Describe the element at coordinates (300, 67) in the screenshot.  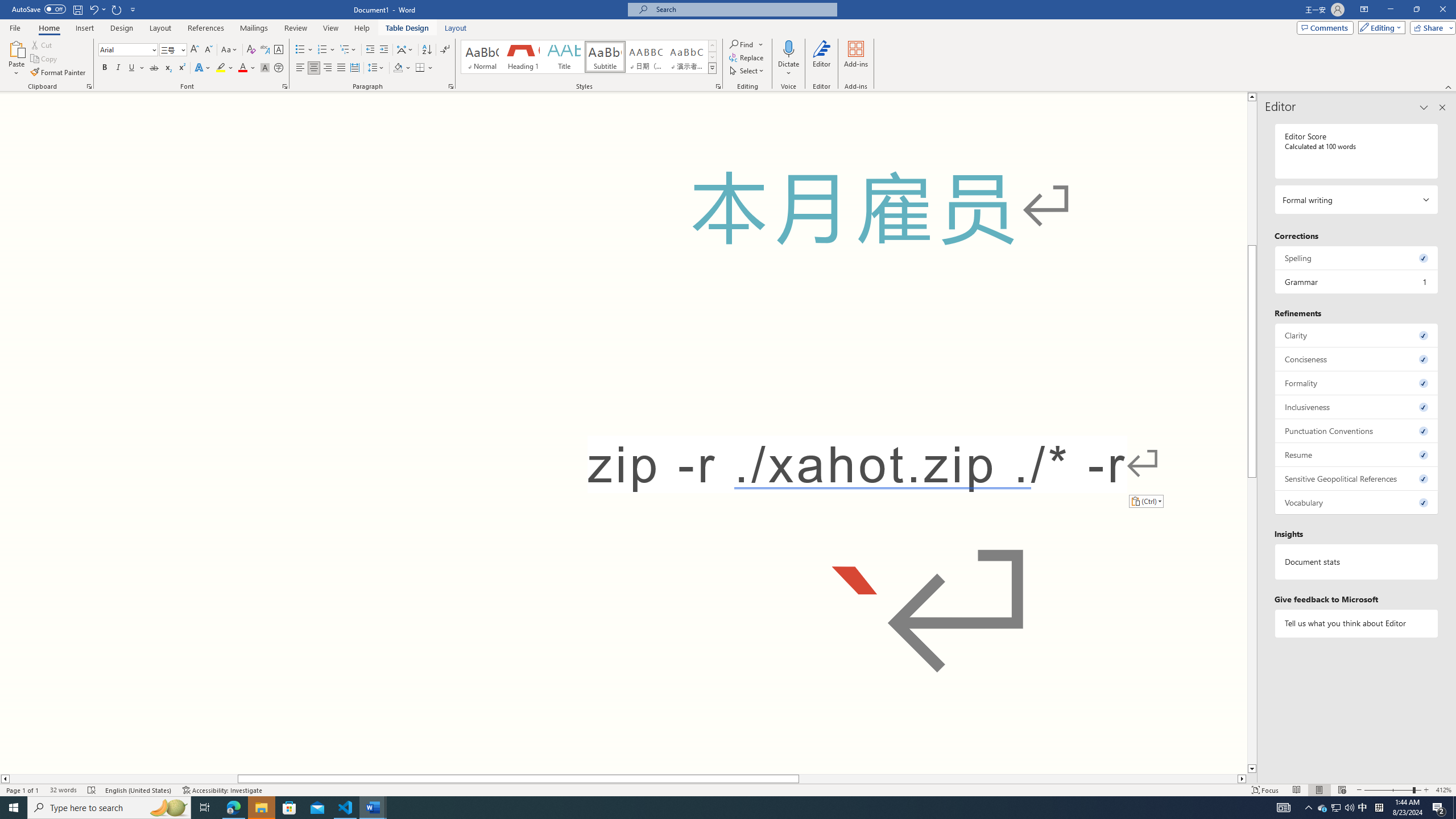
I see `'Align Left'` at that location.